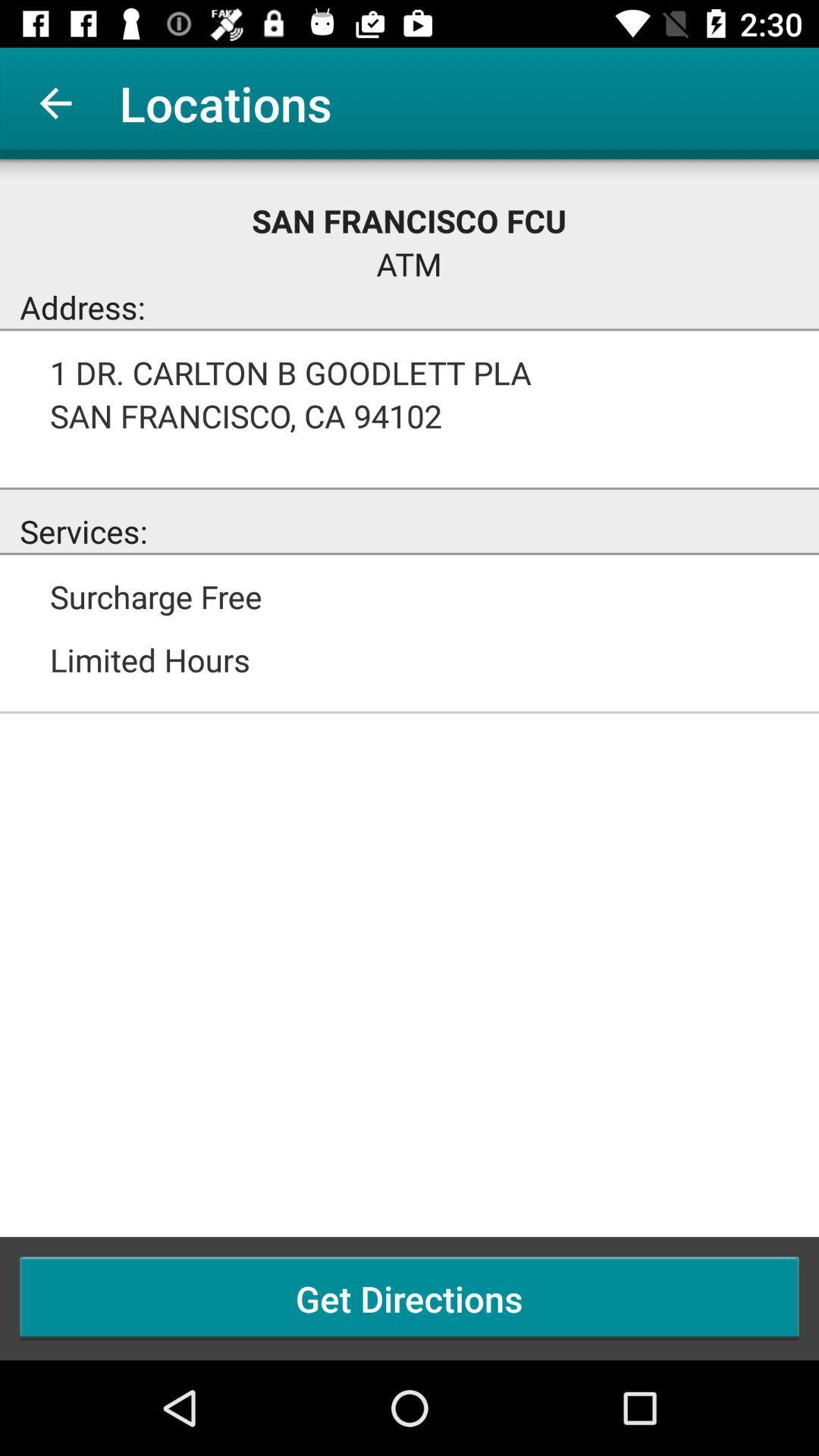  I want to click on the get directions icon, so click(409, 1298).